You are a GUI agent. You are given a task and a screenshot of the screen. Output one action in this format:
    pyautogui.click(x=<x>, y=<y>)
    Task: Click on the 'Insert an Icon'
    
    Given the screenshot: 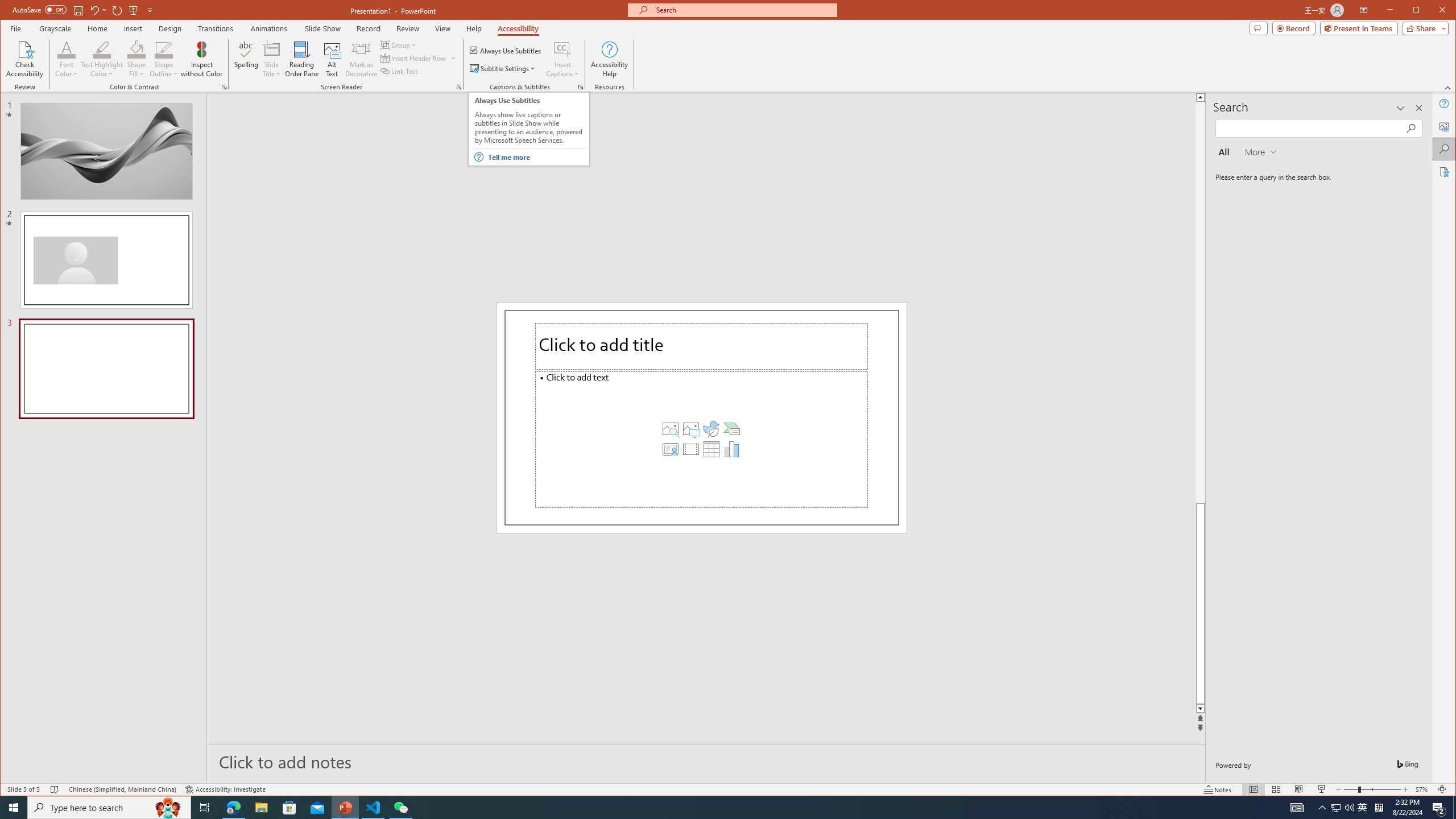 What is the action you would take?
    pyautogui.click(x=711, y=428)
    